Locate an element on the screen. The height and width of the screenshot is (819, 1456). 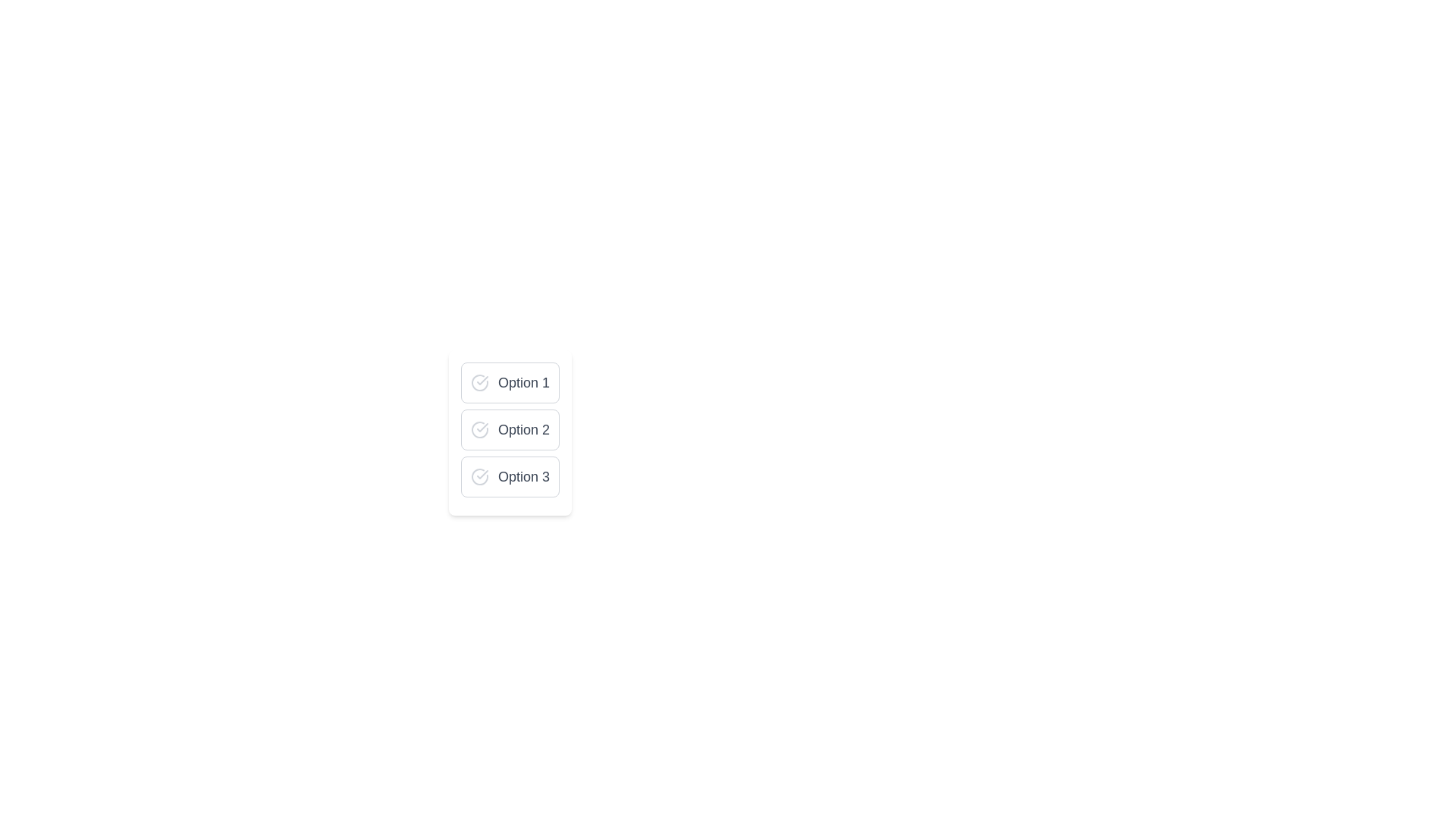
the checkmark icon within the 'Option 2' SVG graphic is located at coordinates (482, 427).